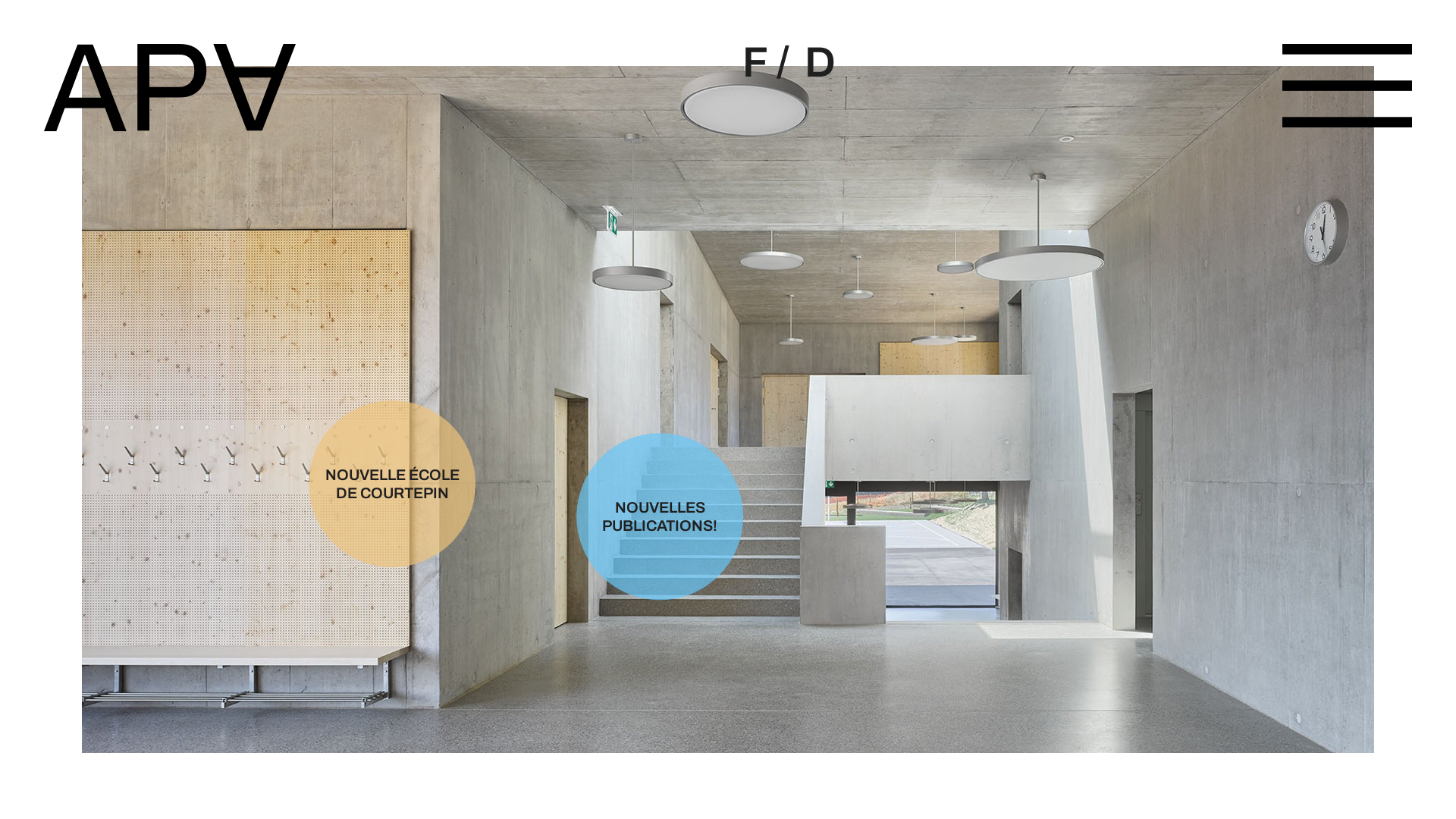  I want to click on 'F', so click(754, 62).